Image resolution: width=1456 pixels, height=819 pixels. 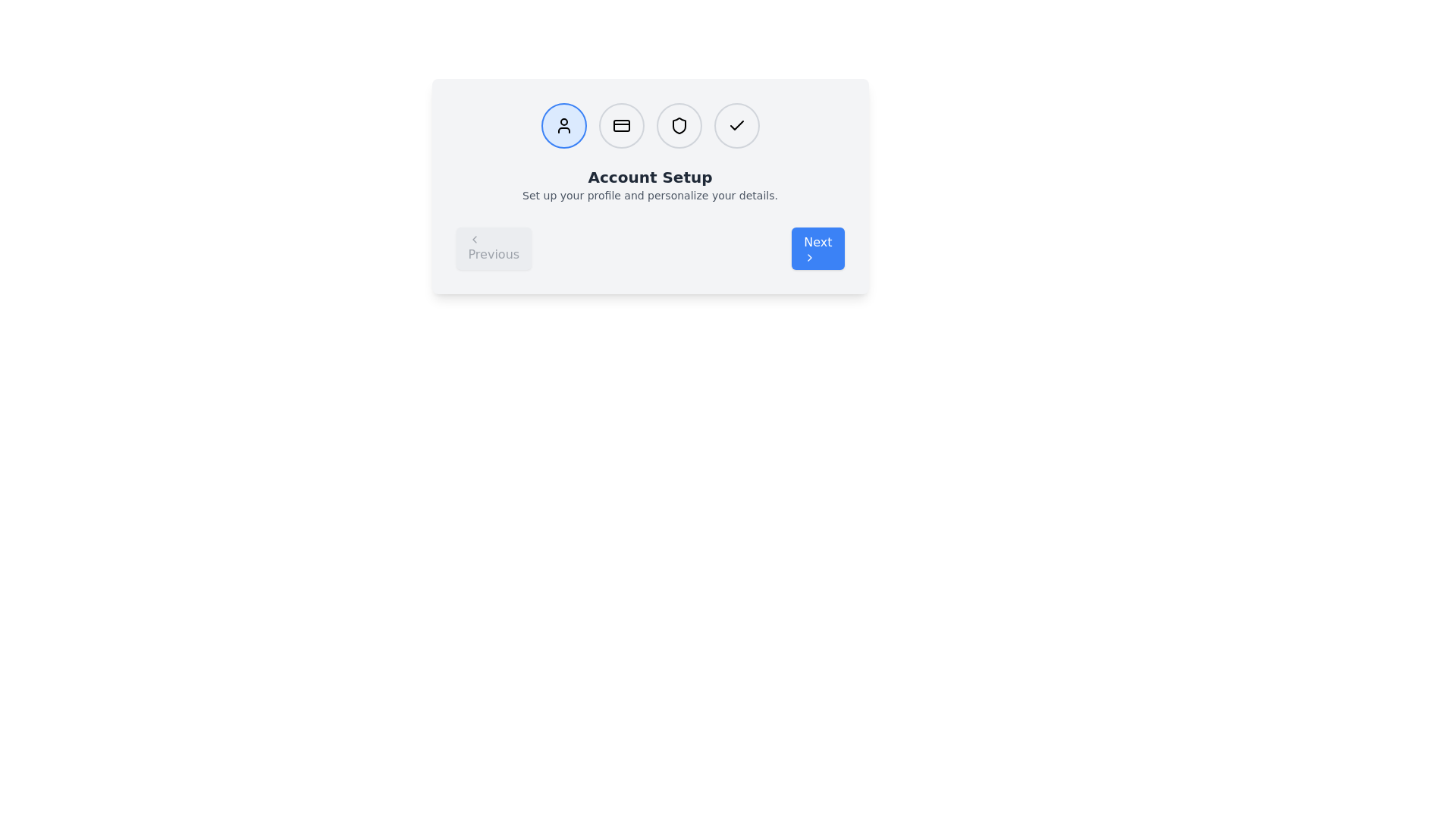 I want to click on the user profile button located at the top of the modal interface, so click(x=563, y=124).